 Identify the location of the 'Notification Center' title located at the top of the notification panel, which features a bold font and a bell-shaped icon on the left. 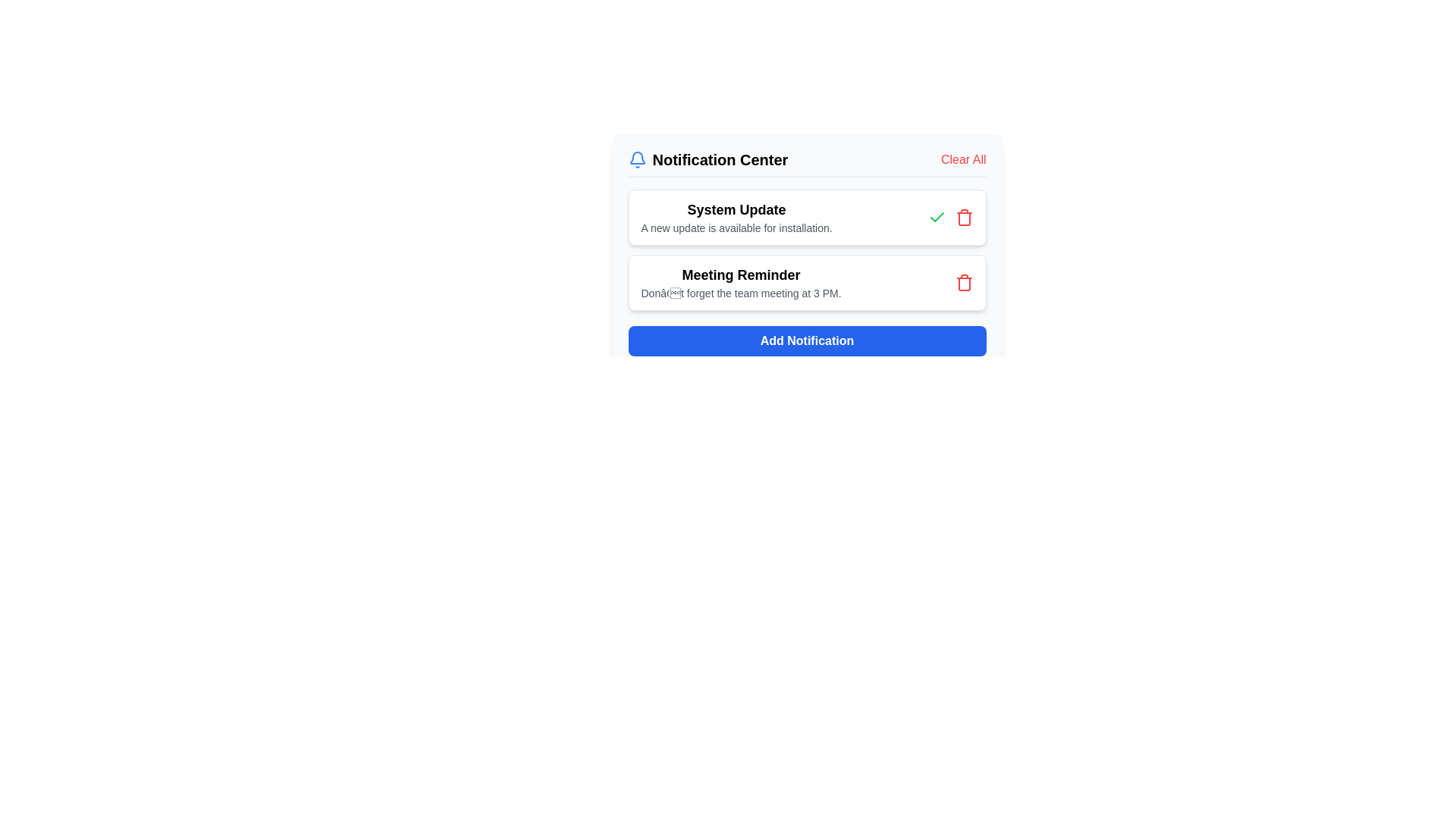
(806, 163).